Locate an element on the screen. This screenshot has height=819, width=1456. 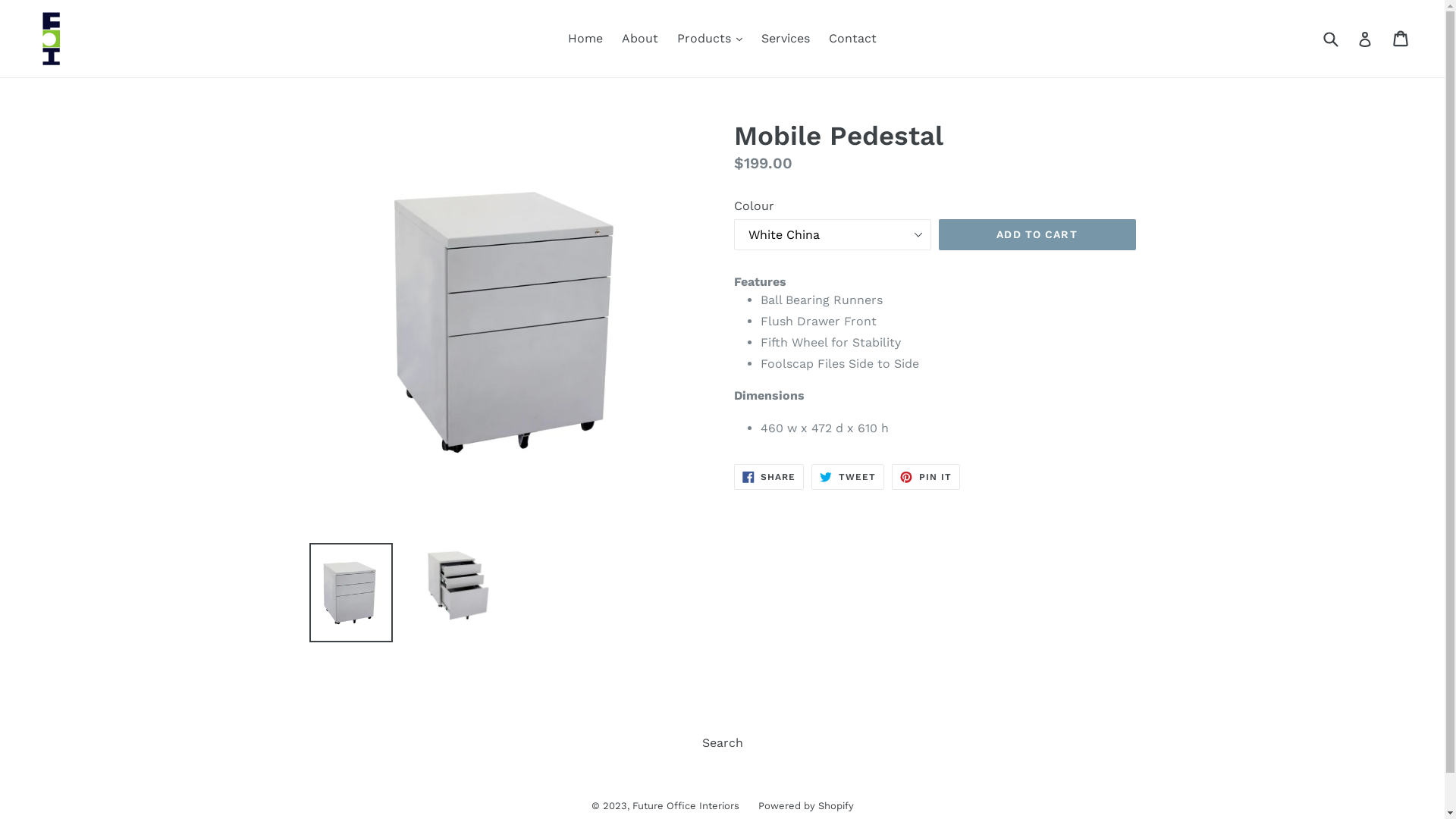
'PIN IT is located at coordinates (892, 475).